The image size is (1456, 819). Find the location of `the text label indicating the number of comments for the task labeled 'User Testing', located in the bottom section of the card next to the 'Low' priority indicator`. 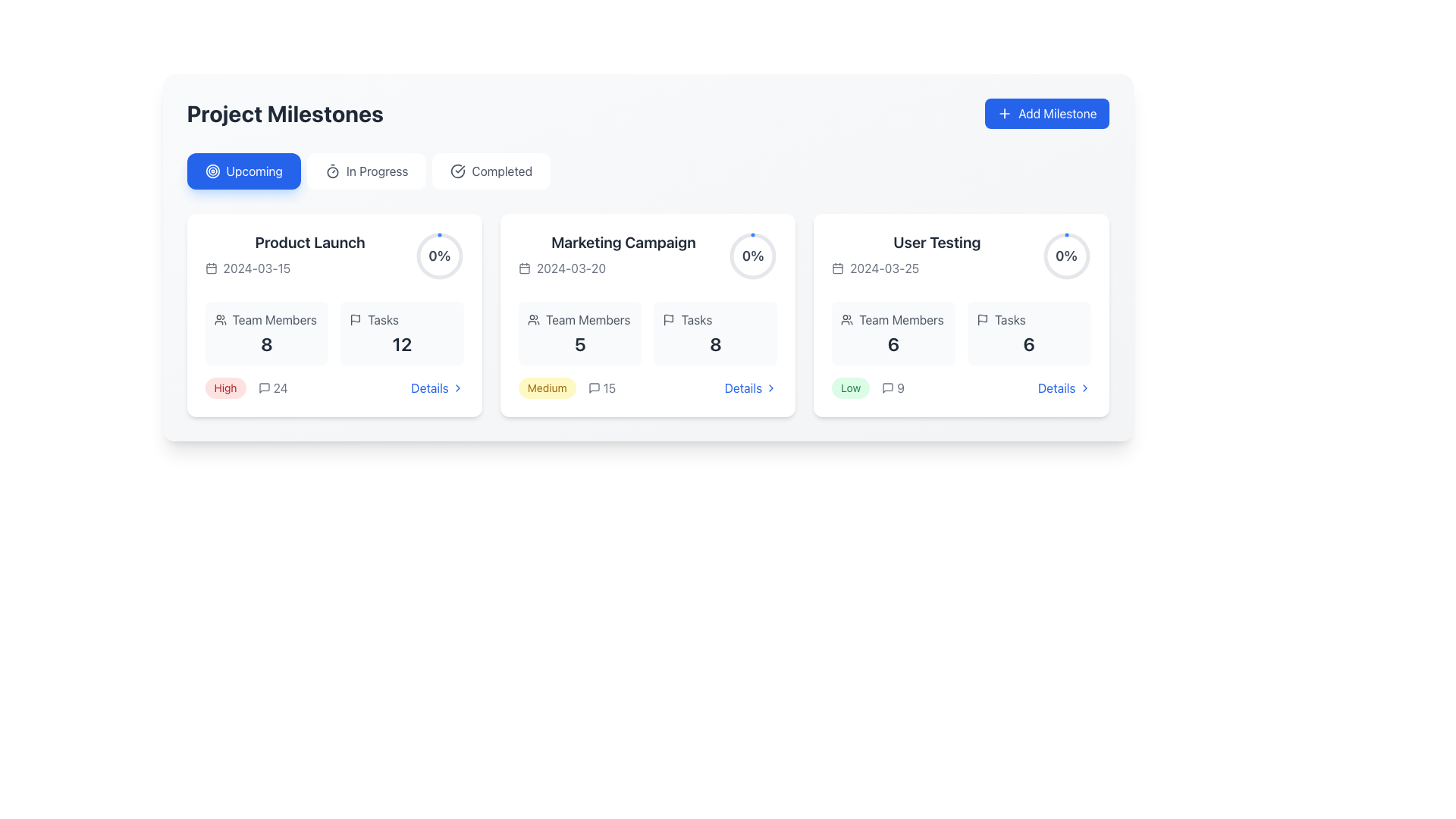

the text label indicating the number of comments for the task labeled 'User Testing', located in the bottom section of the card next to the 'Low' priority indicator is located at coordinates (893, 388).